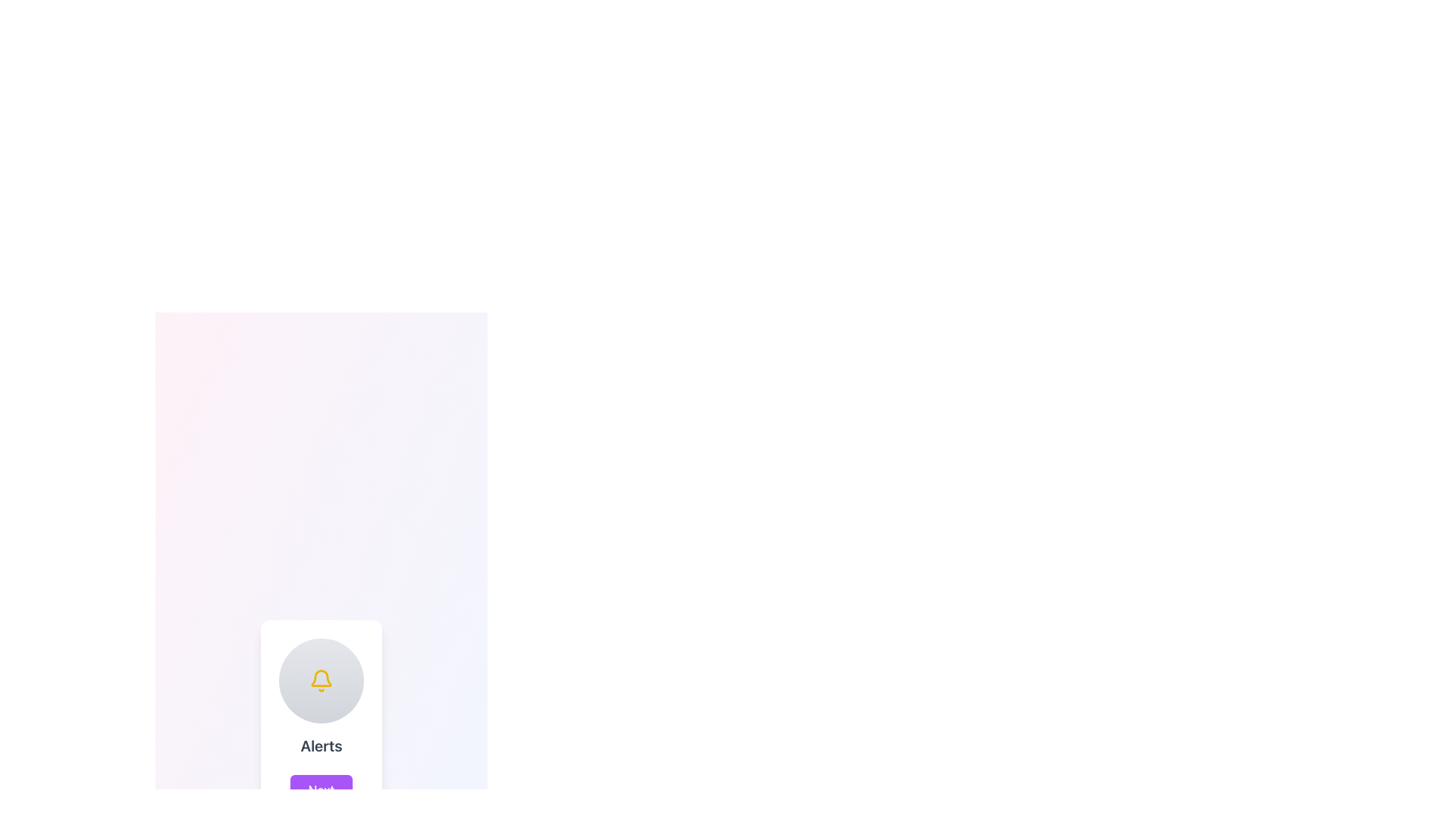  Describe the element at coordinates (320, 789) in the screenshot. I see `the 'Next' button located at the bottom of the alerts card to highlight it for user interaction` at that location.